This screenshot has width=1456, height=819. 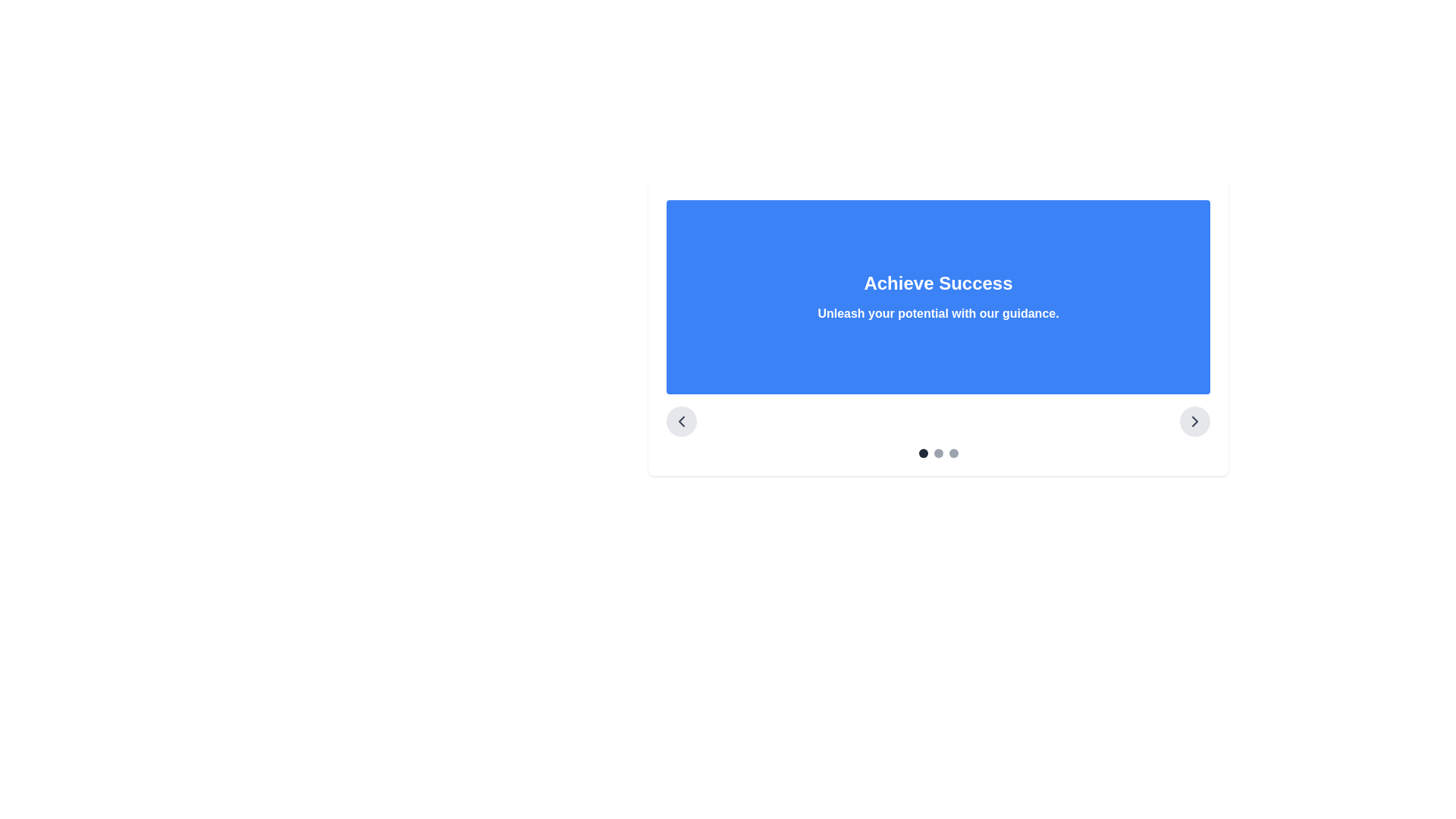 What do you see at coordinates (922, 452) in the screenshot?
I see `the first circular Carousel navigation indicator, which is dark gray and located beneath the carousel` at bounding box center [922, 452].